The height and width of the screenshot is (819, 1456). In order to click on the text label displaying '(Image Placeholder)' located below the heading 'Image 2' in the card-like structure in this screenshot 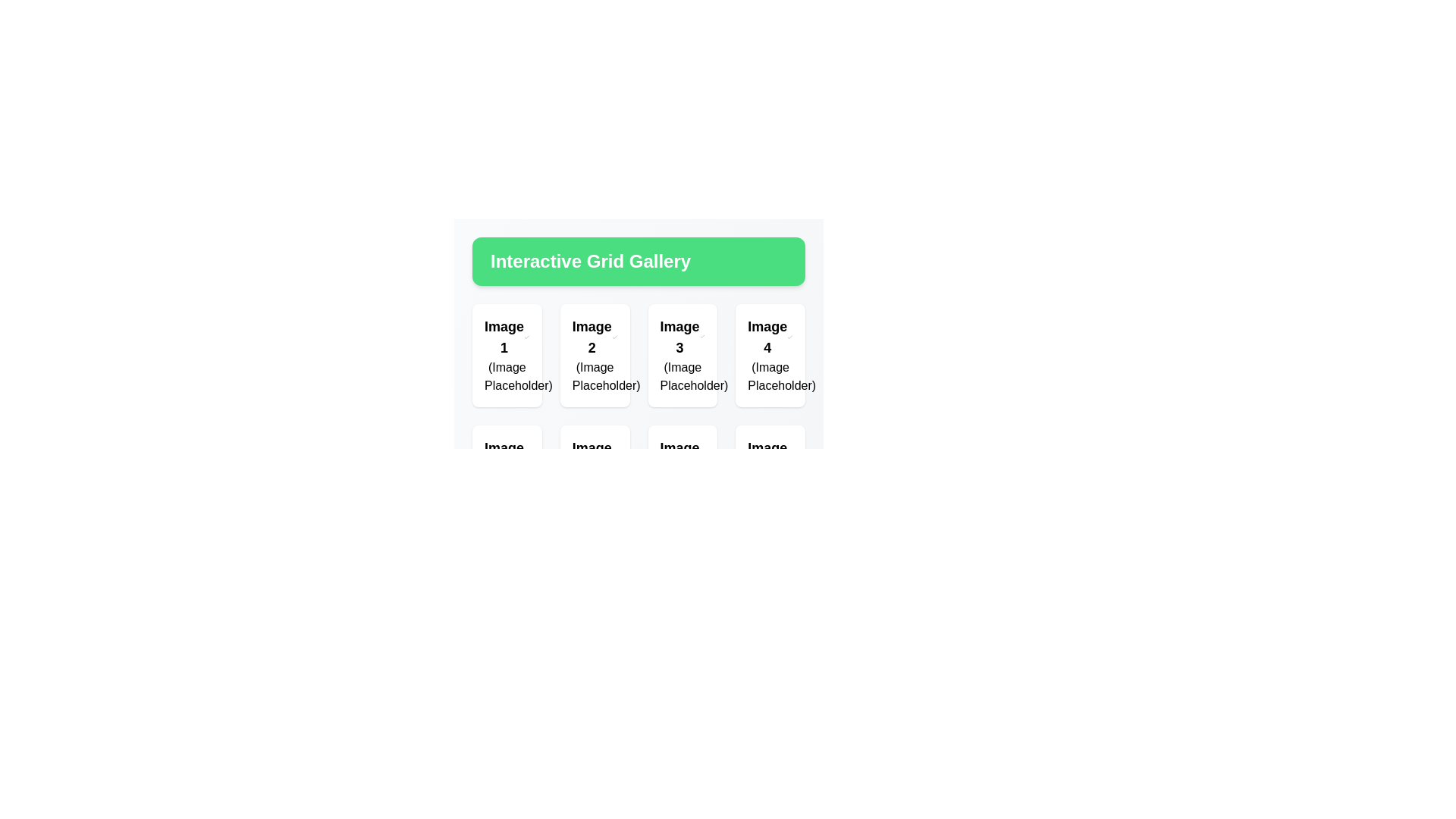, I will do `click(594, 376)`.